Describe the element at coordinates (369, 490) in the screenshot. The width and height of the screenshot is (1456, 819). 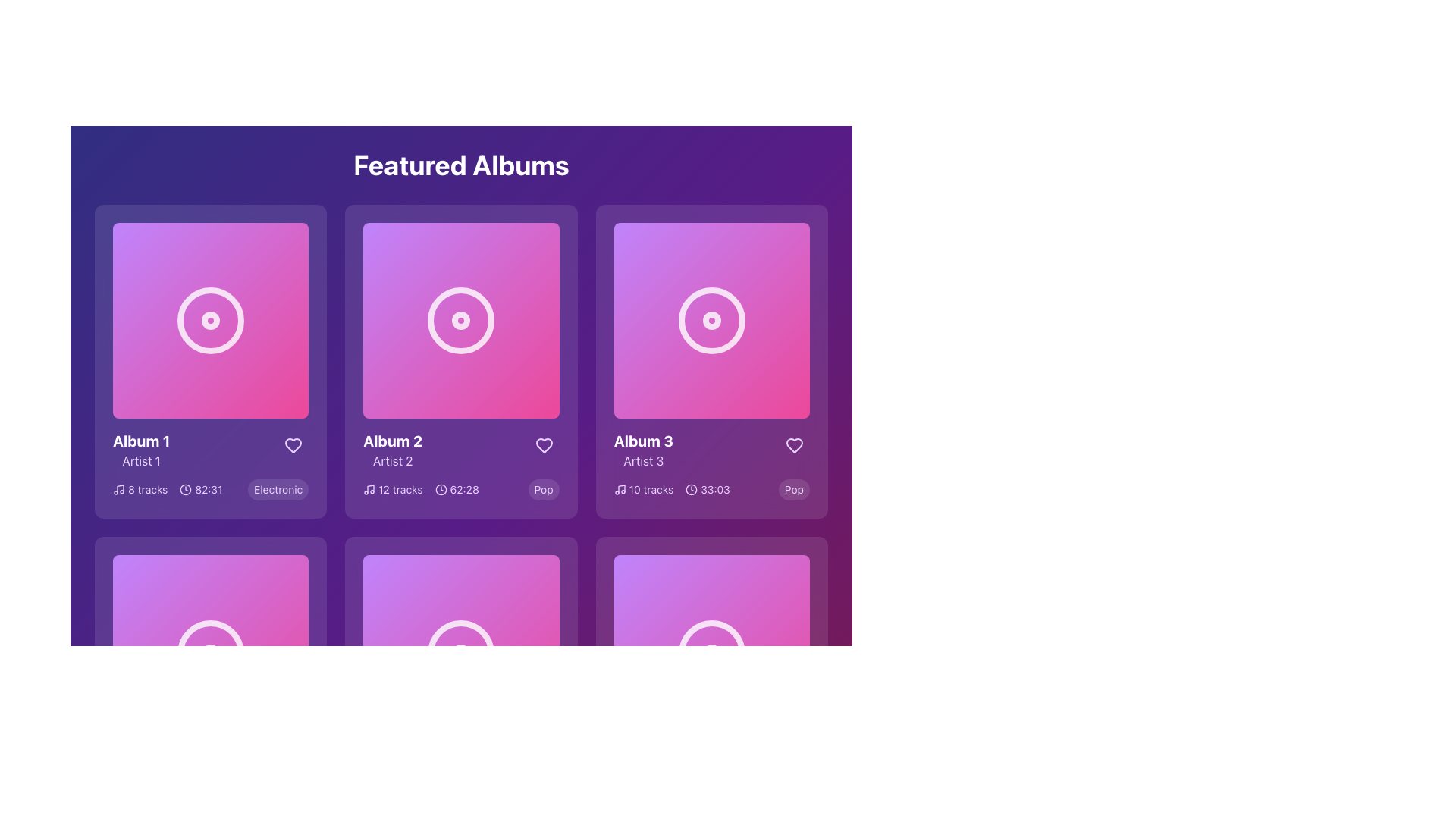
I see `the music-related icon located in the second column of the first row of the album details grid, which is directly to the left of the '12 tracks' text` at that location.